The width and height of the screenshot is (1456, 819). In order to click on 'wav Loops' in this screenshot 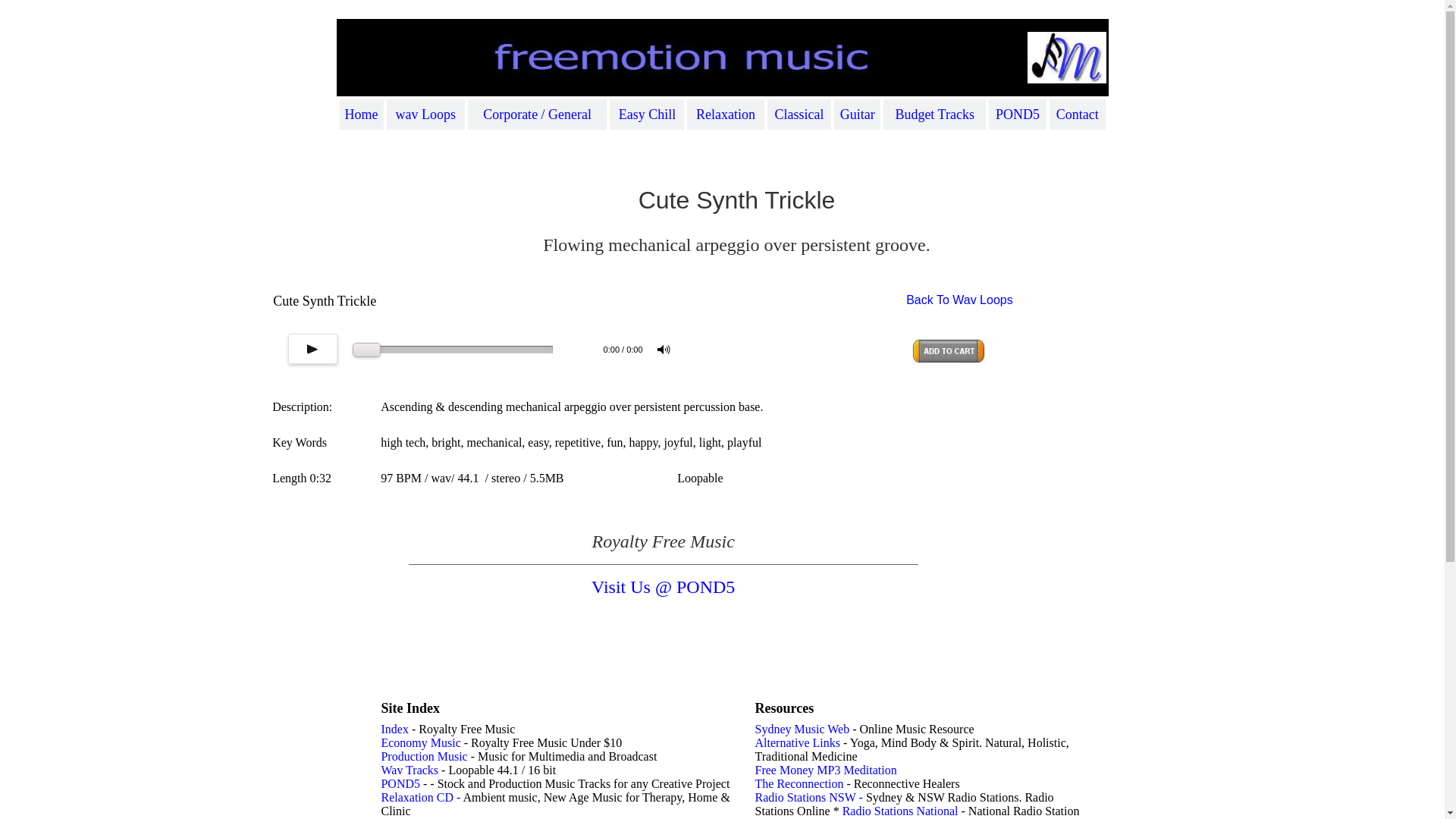, I will do `click(425, 113)`.